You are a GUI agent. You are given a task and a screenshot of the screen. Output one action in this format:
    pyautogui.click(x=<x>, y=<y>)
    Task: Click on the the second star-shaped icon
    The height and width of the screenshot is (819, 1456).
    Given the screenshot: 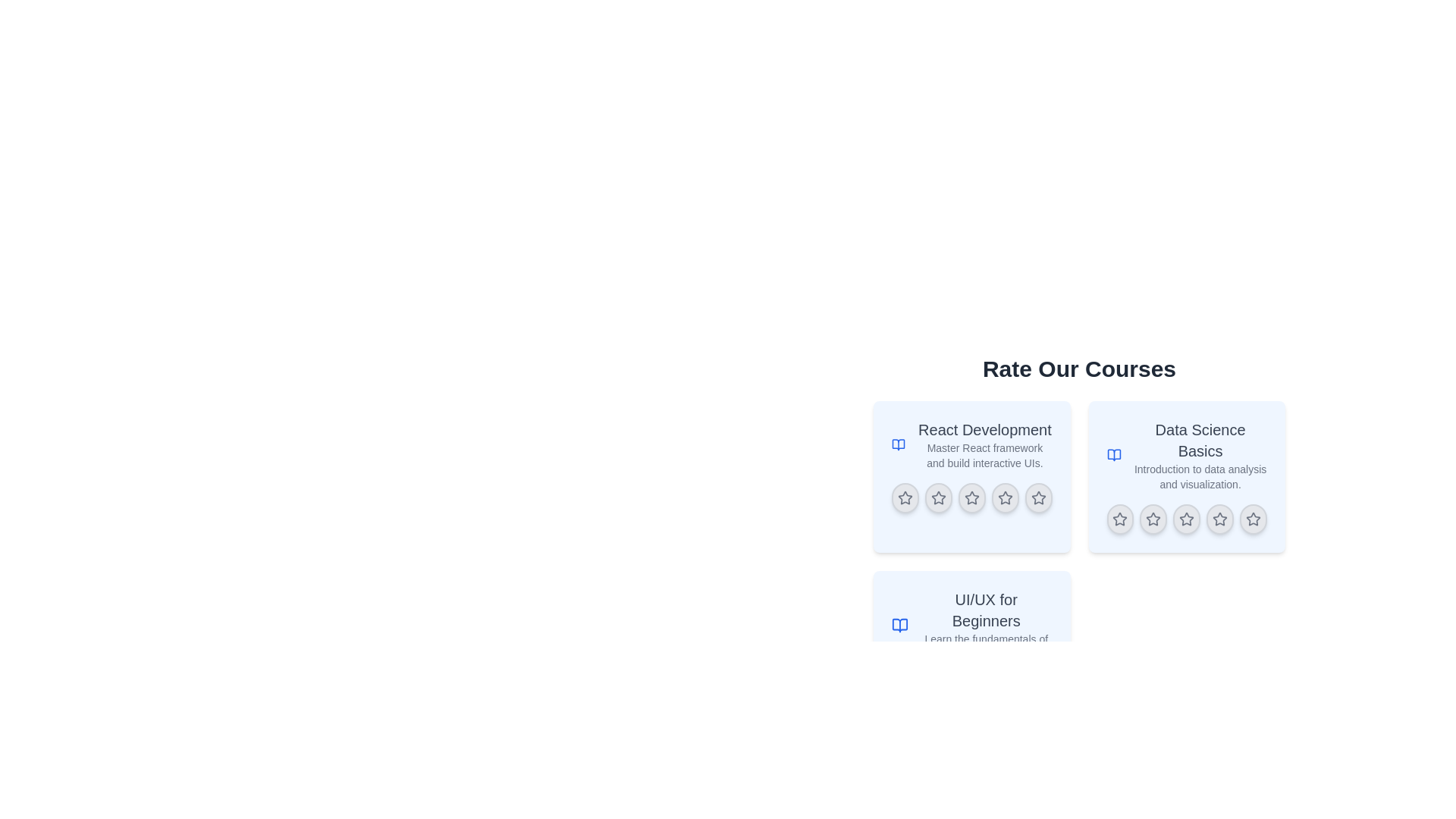 What is the action you would take?
    pyautogui.click(x=937, y=497)
    